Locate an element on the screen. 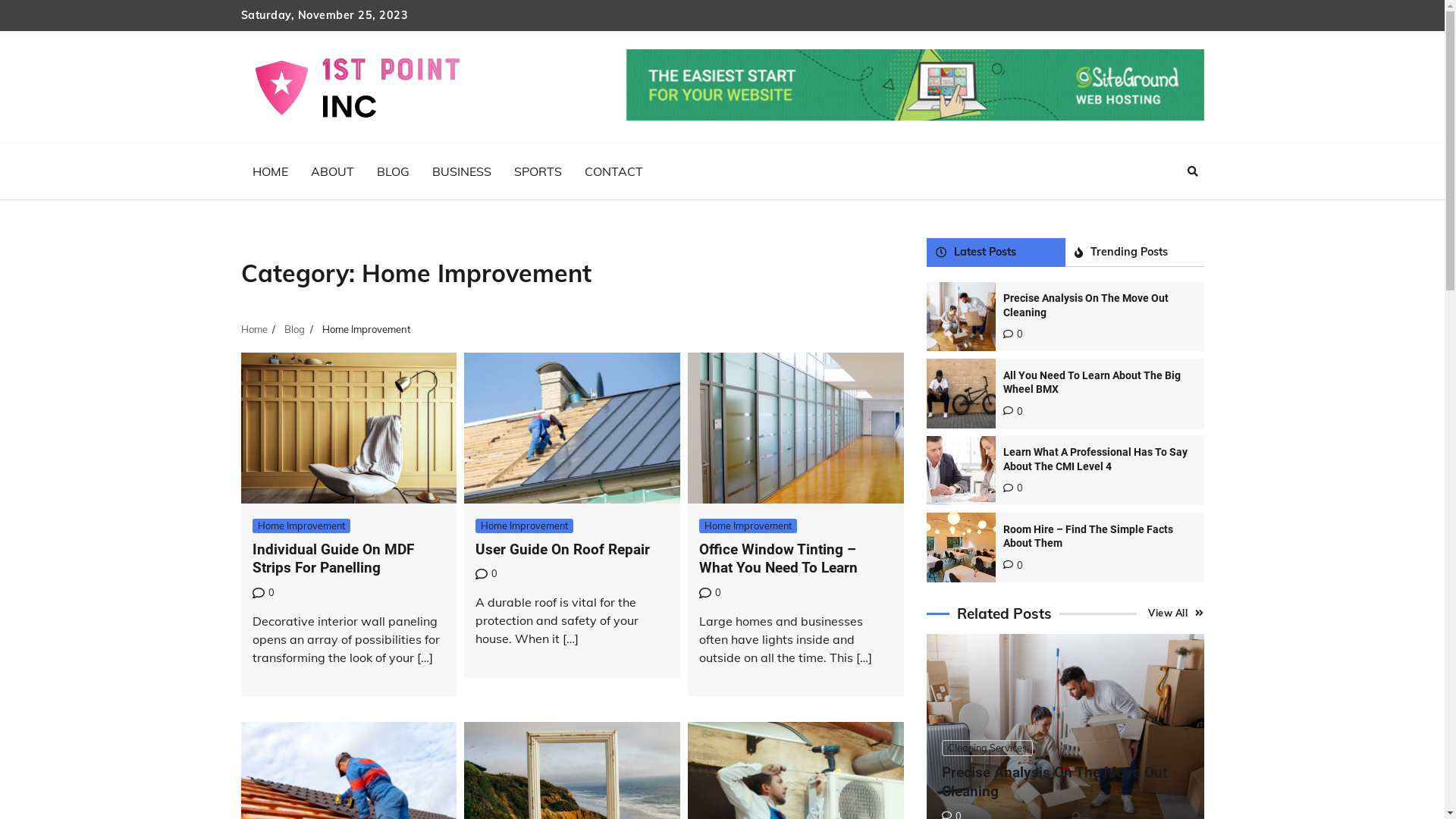  'Search' is located at coordinates (1164, 207).